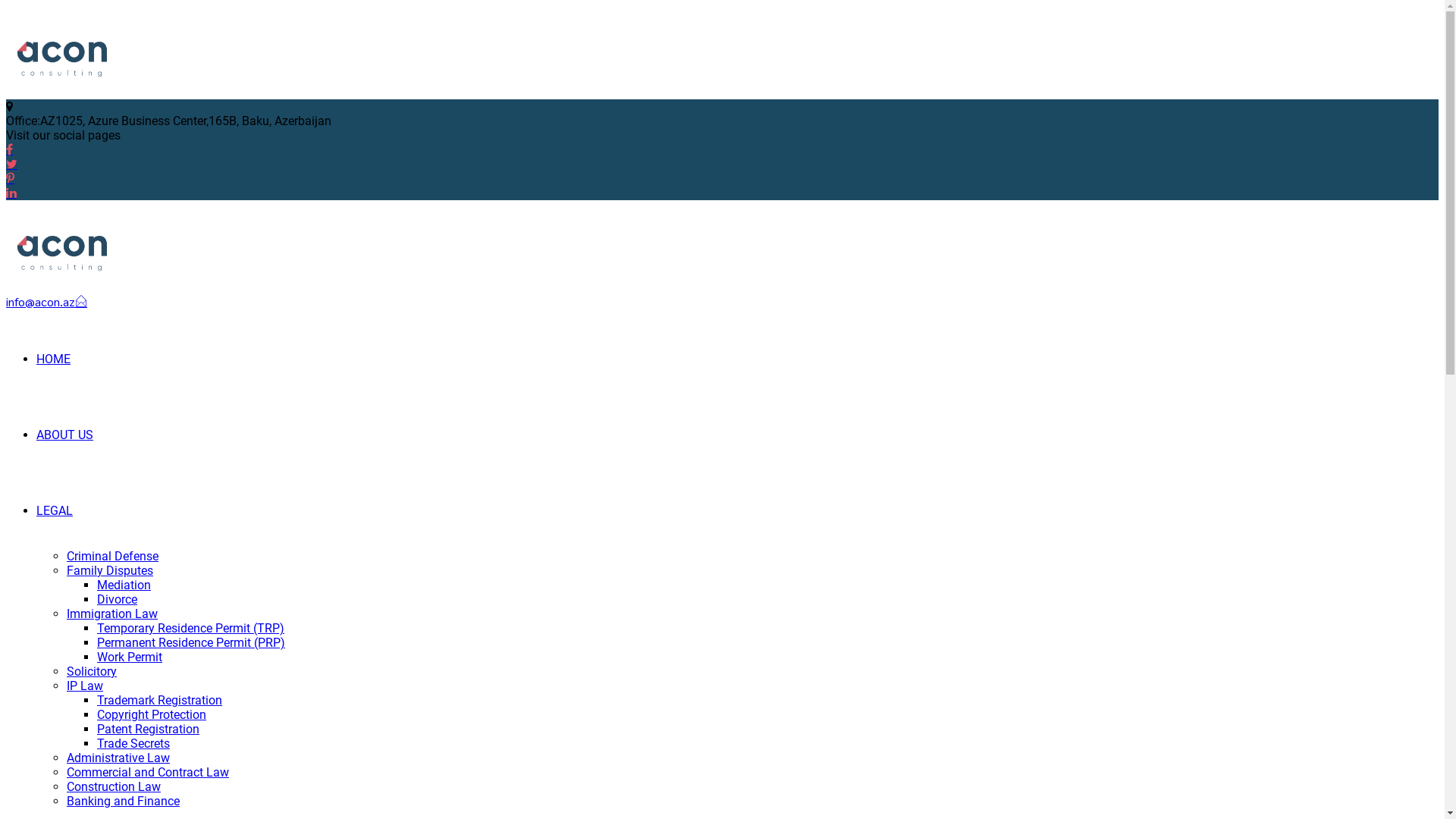  Describe the element at coordinates (112, 786) in the screenshot. I see `'Construction Law'` at that location.